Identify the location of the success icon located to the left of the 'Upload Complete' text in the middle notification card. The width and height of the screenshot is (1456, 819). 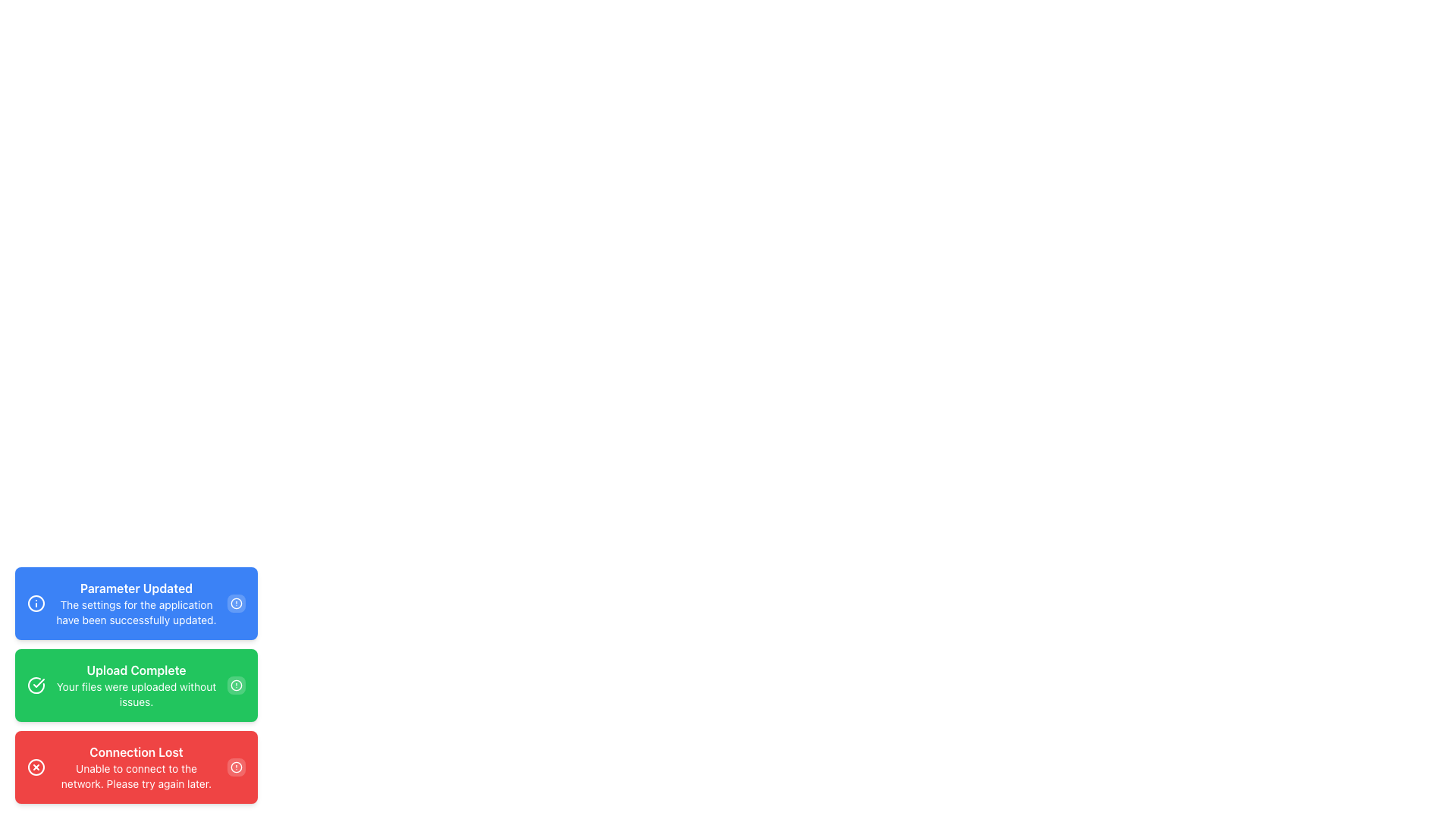
(36, 685).